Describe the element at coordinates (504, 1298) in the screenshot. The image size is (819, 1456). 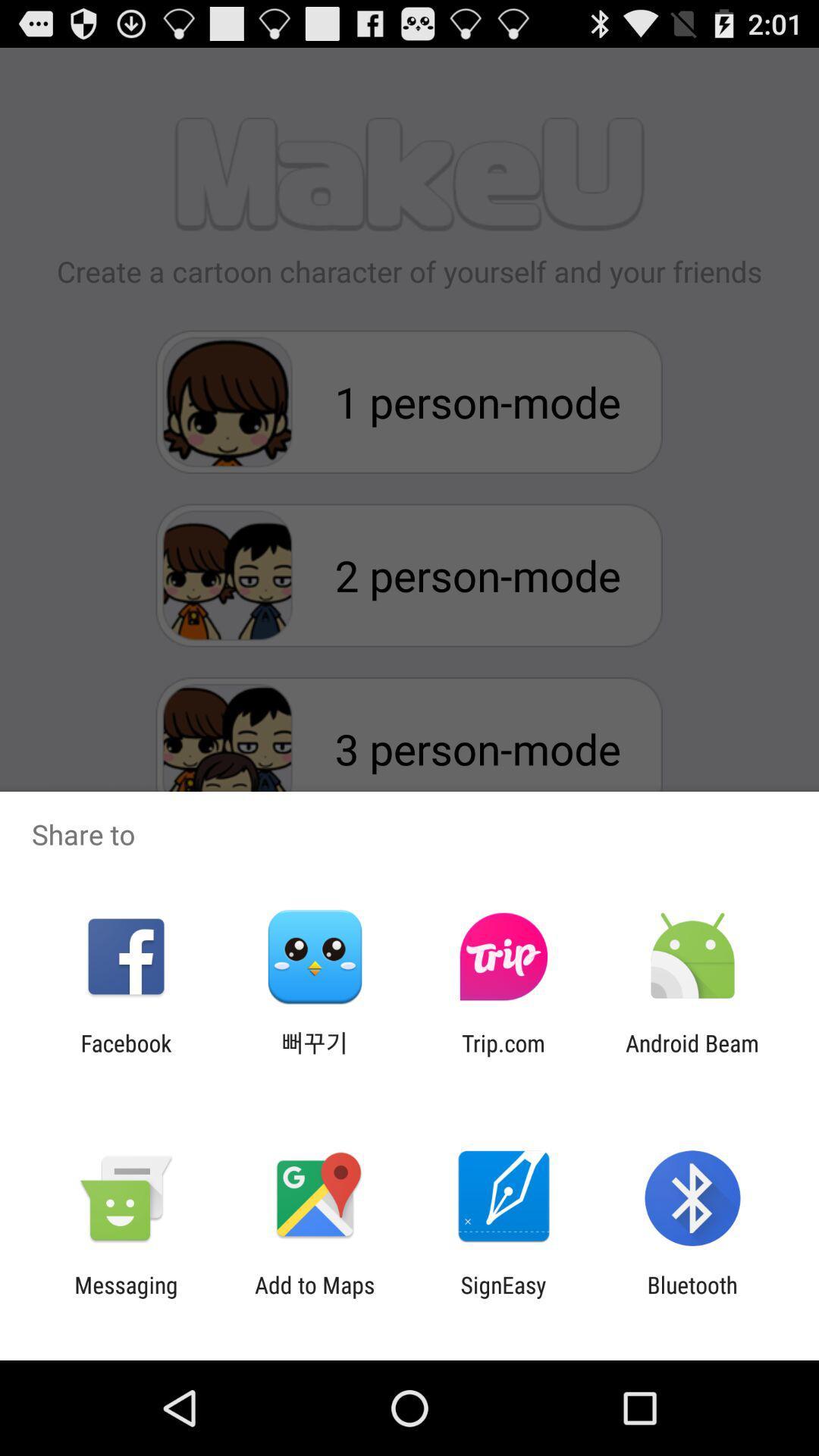
I see `app to the left of the bluetooth app` at that location.